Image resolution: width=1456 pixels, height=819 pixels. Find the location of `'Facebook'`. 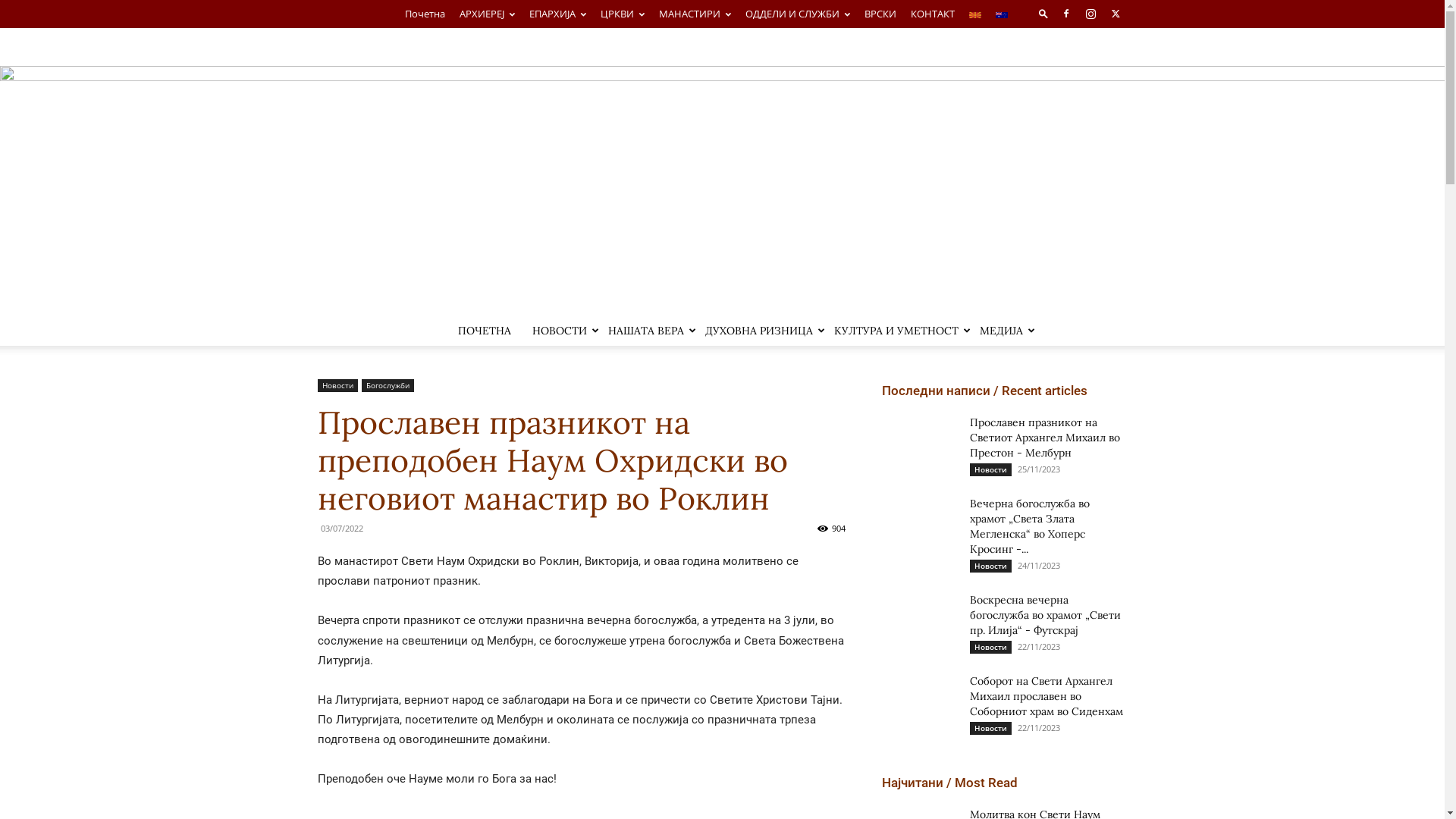

'Facebook' is located at coordinates (1065, 14).